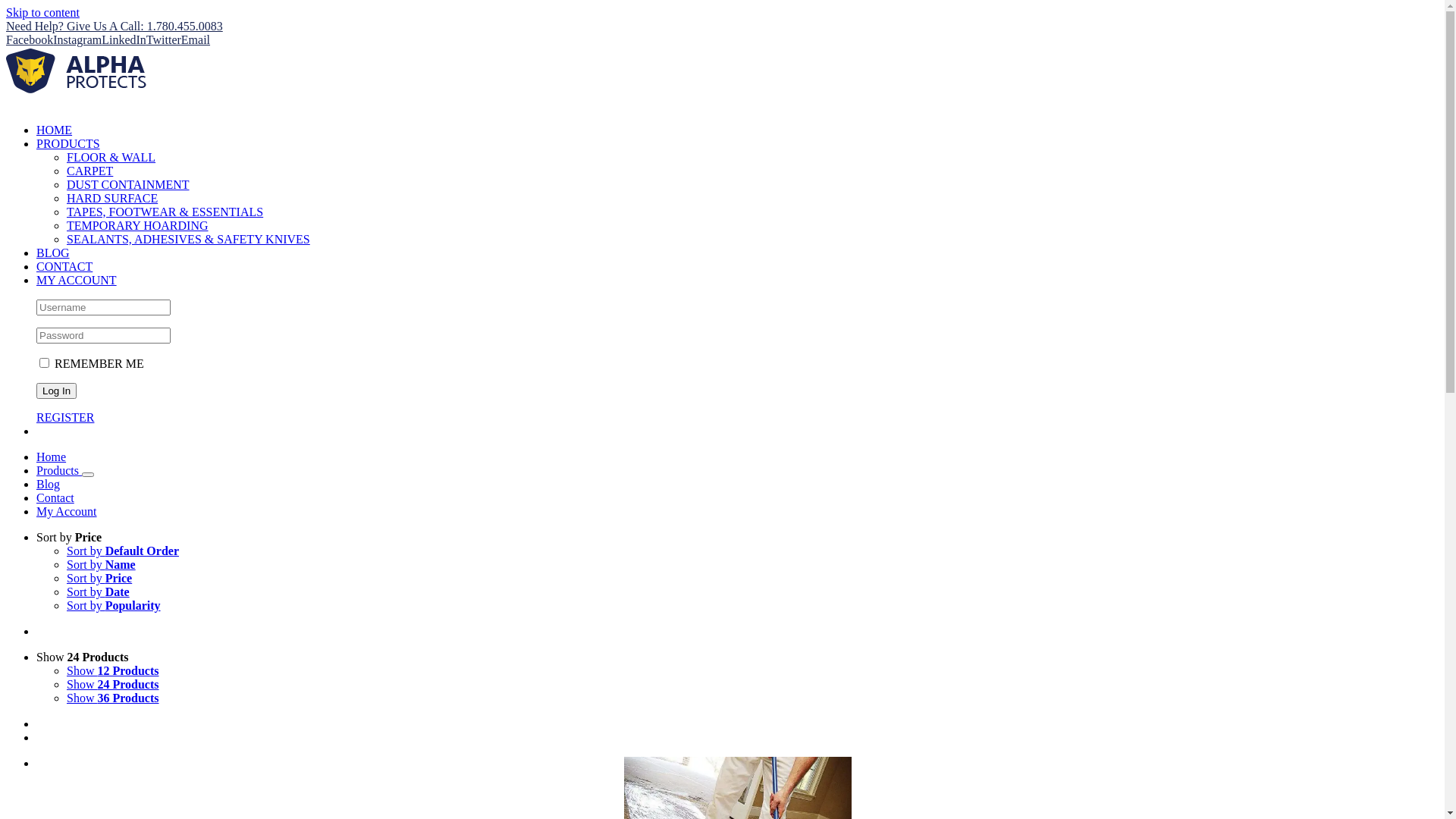  Describe the element at coordinates (113, 26) in the screenshot. I see `'Need Help? Give Us A Call: 1.780.455.0083'` at that location.